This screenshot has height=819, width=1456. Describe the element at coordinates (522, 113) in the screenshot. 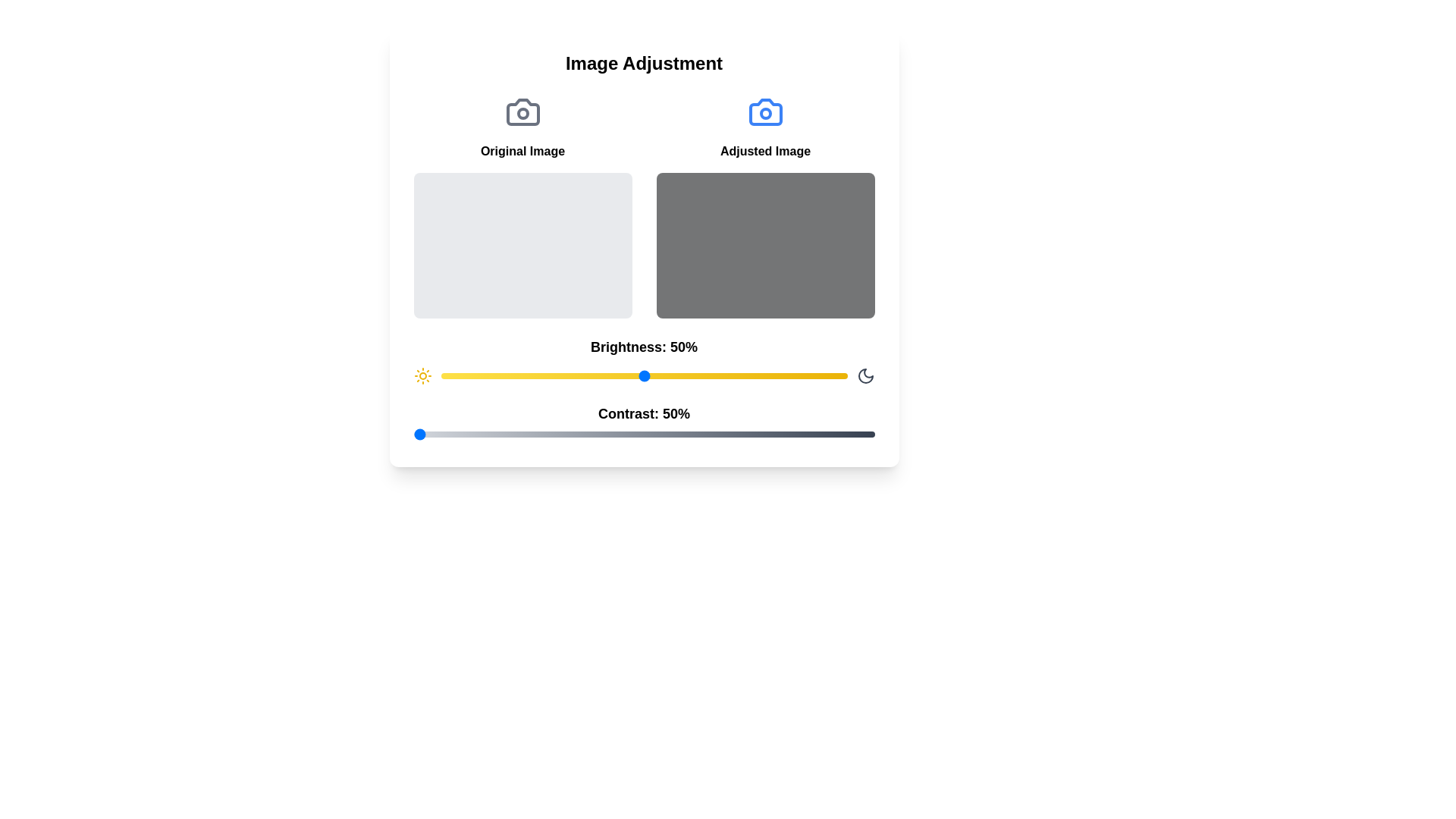

I see `the circular graphical component that represents the camera lens within the left camera icon in the 'Image Adjustment' interface` at that location.